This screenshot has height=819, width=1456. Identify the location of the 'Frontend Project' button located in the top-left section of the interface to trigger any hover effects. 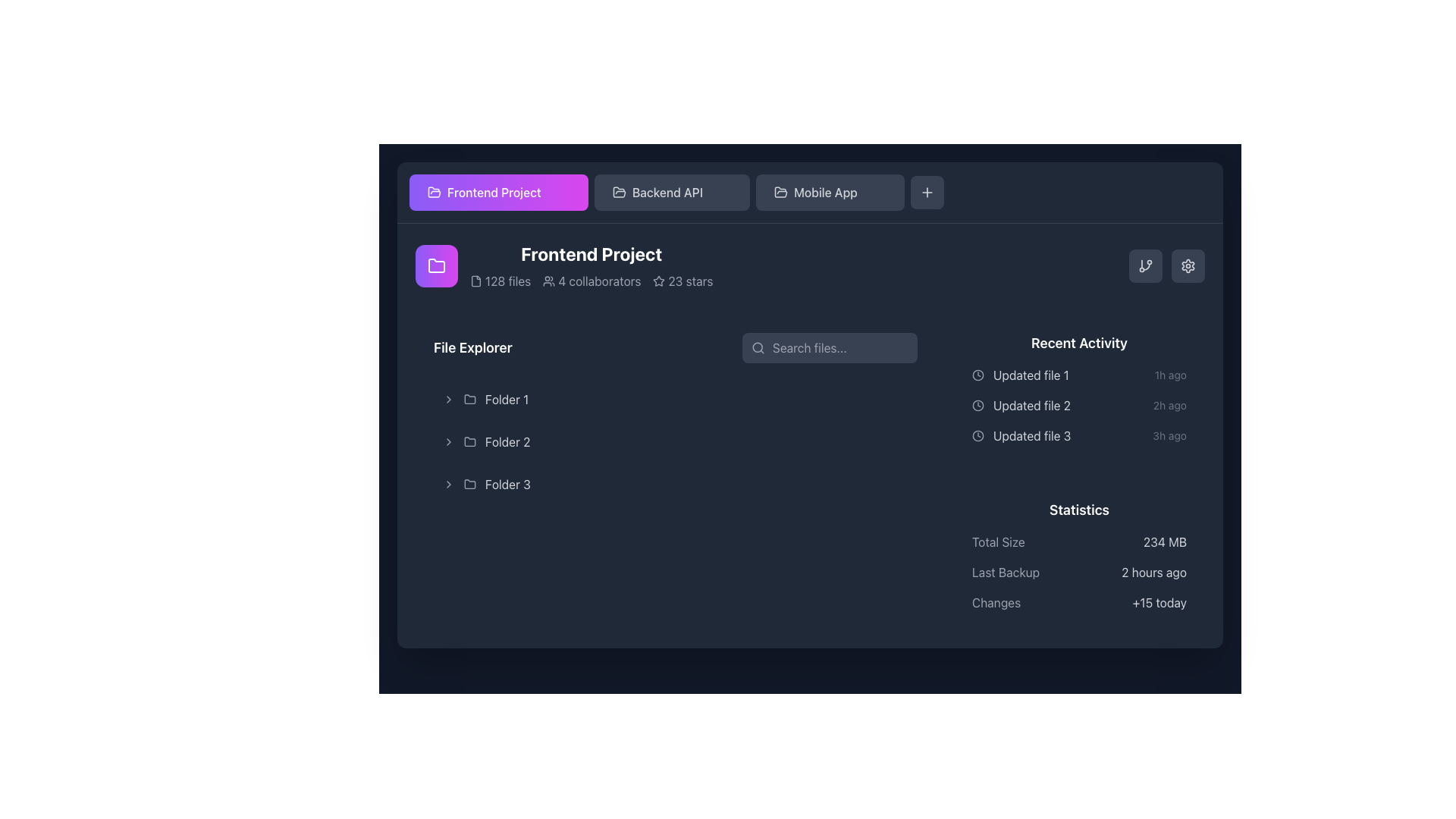
(498, 192).